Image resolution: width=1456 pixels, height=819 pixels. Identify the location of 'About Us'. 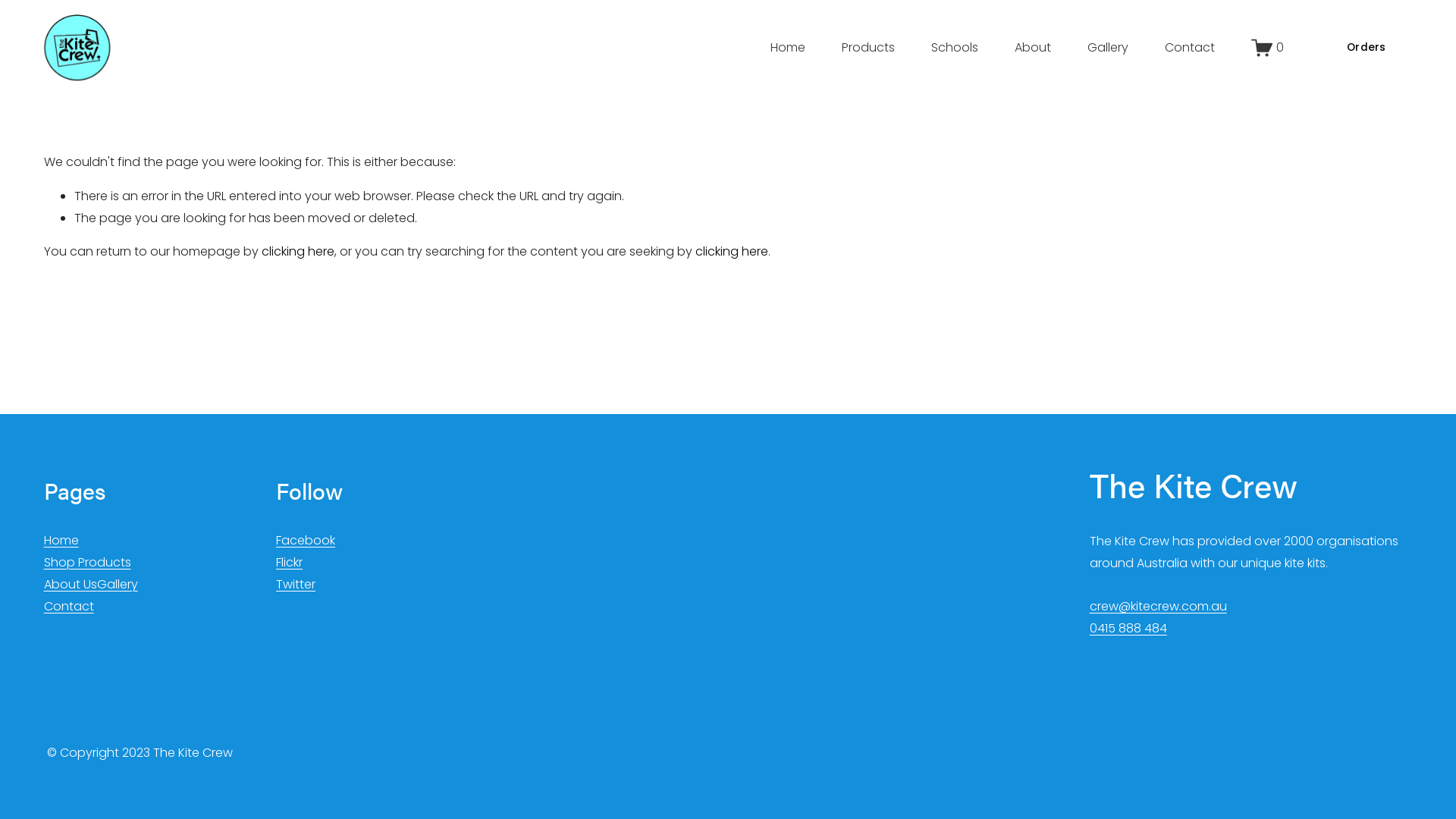
(69, 584).